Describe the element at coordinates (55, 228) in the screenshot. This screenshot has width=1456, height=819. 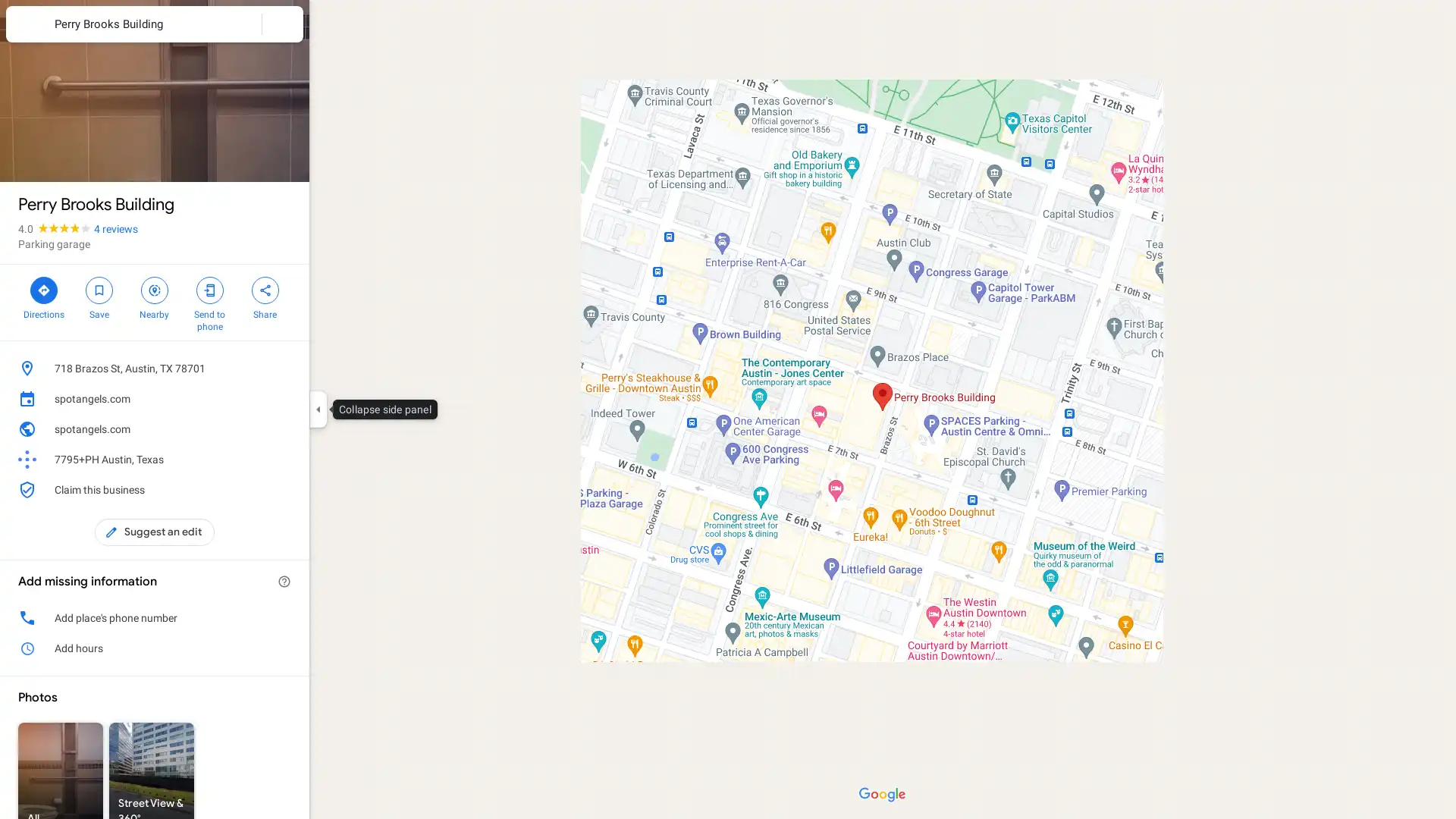
I see `4.0 stars` at that location.